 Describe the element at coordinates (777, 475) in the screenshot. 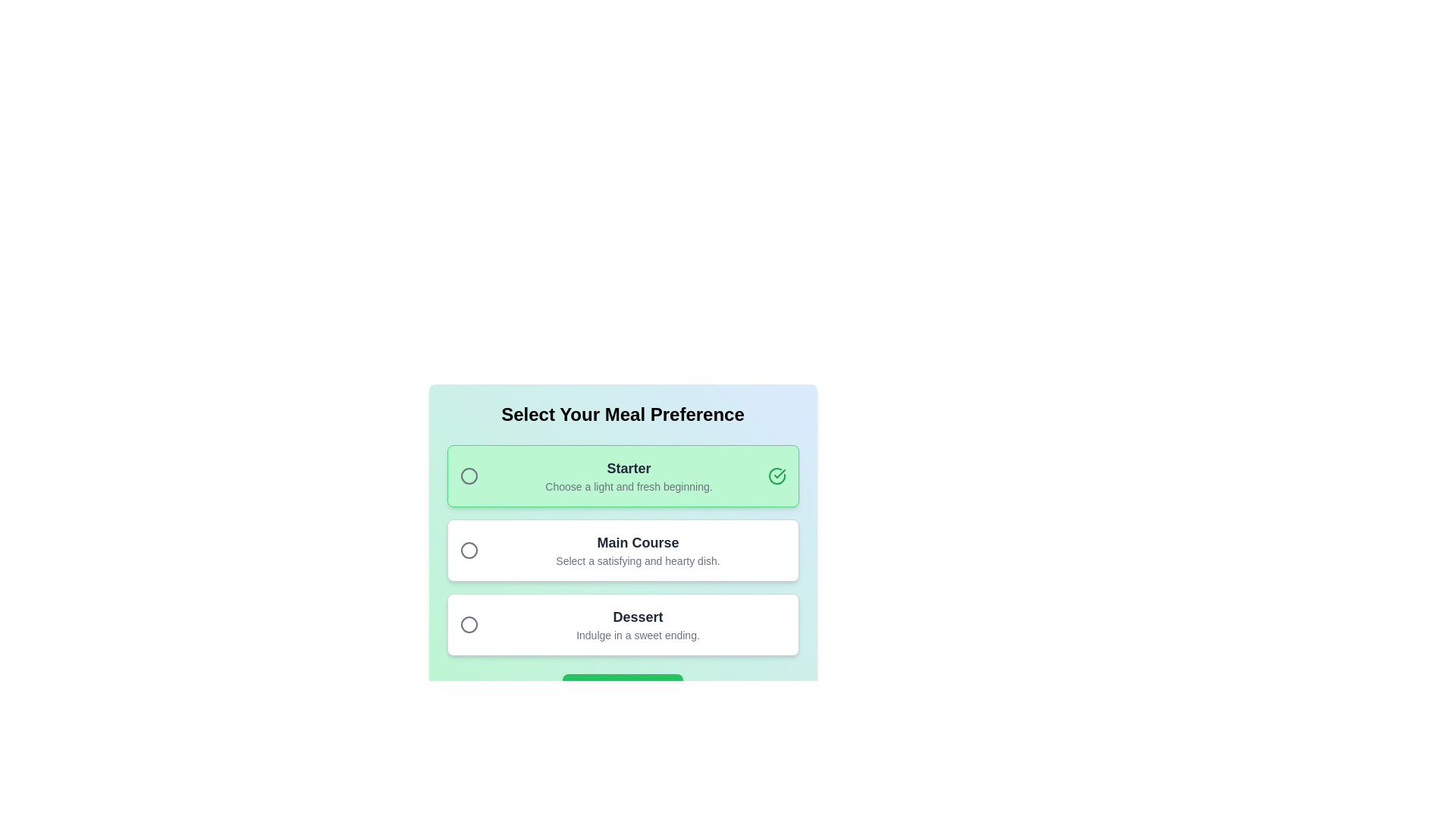

I see `curved green segment of the circular border that is part of the SVG icon next to the 'Starter' selection in the meal preference list` at that location.